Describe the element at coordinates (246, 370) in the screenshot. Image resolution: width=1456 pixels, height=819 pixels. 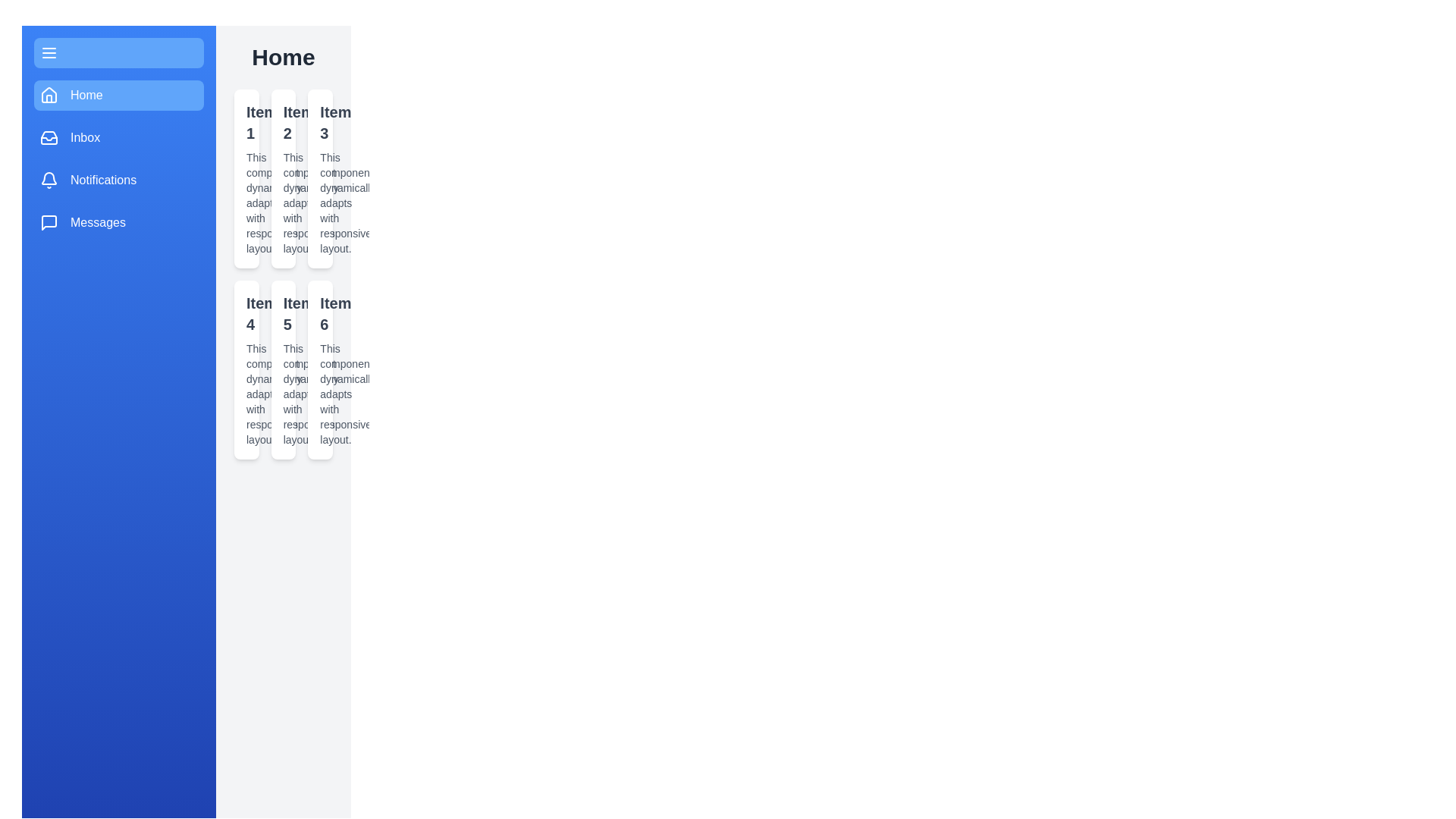
I see `the card component labeled 'Item 4' which is a rectangular white card with rounded corners, located in the second row and first column of a three-column grid layout` at that location.